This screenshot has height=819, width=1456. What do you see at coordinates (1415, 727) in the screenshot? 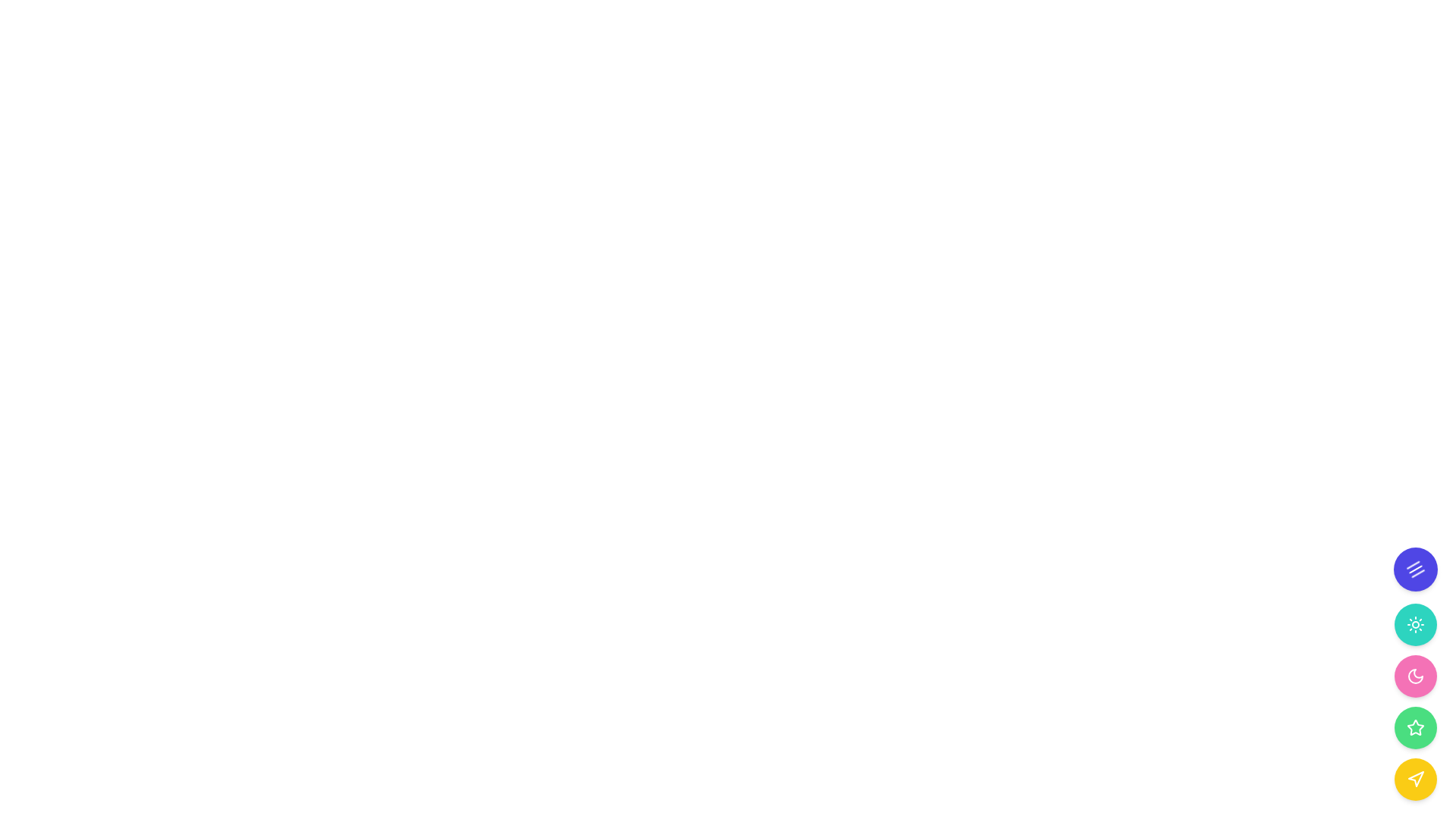
I see `the green round button with a white star icon, positioned fourth from the top in a vertical group of buttons on the right edge of the interface` at bounding box center [1415, 727].